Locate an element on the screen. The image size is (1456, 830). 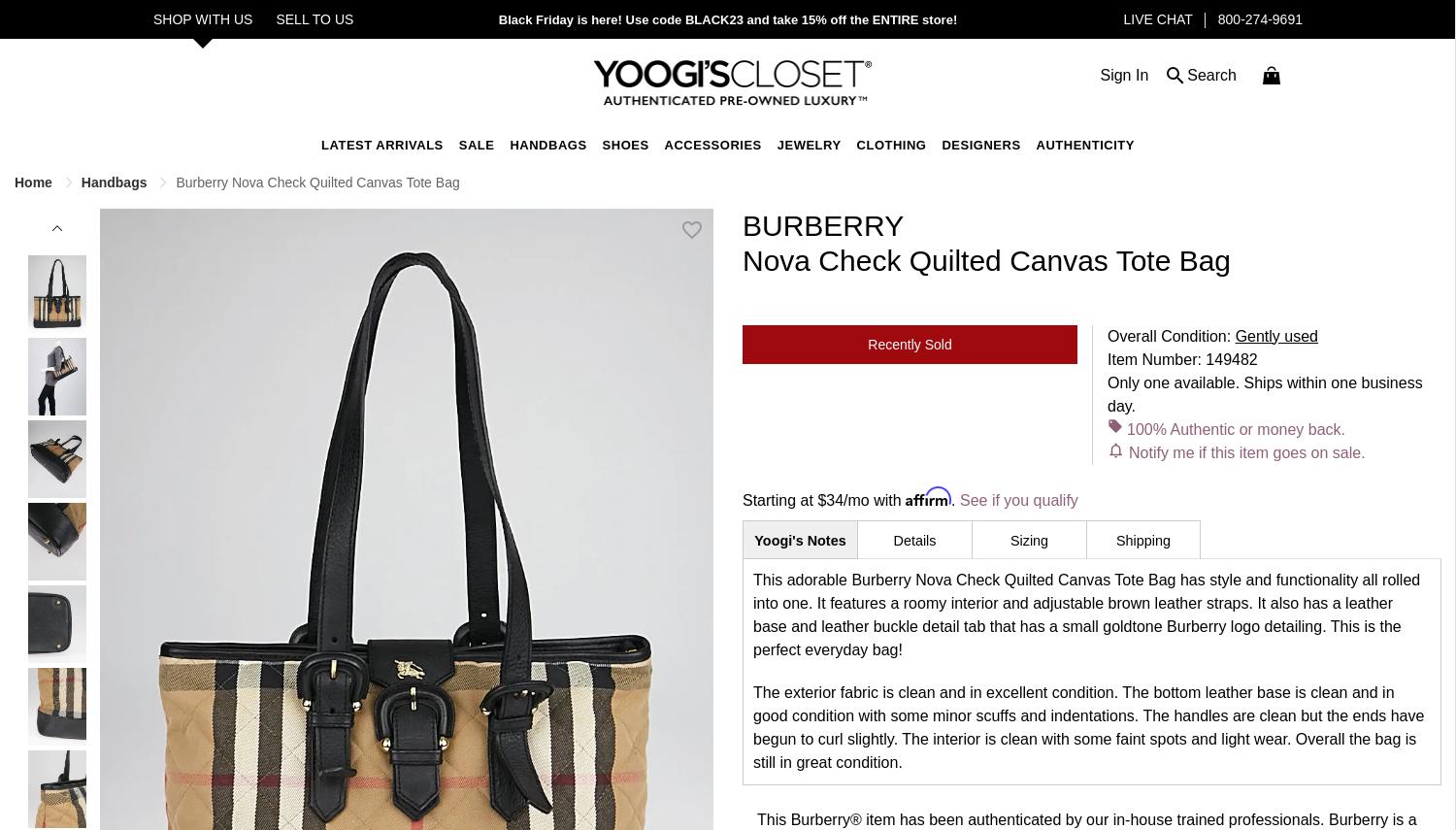
'/mo with' is located at coordinates (842, 498).